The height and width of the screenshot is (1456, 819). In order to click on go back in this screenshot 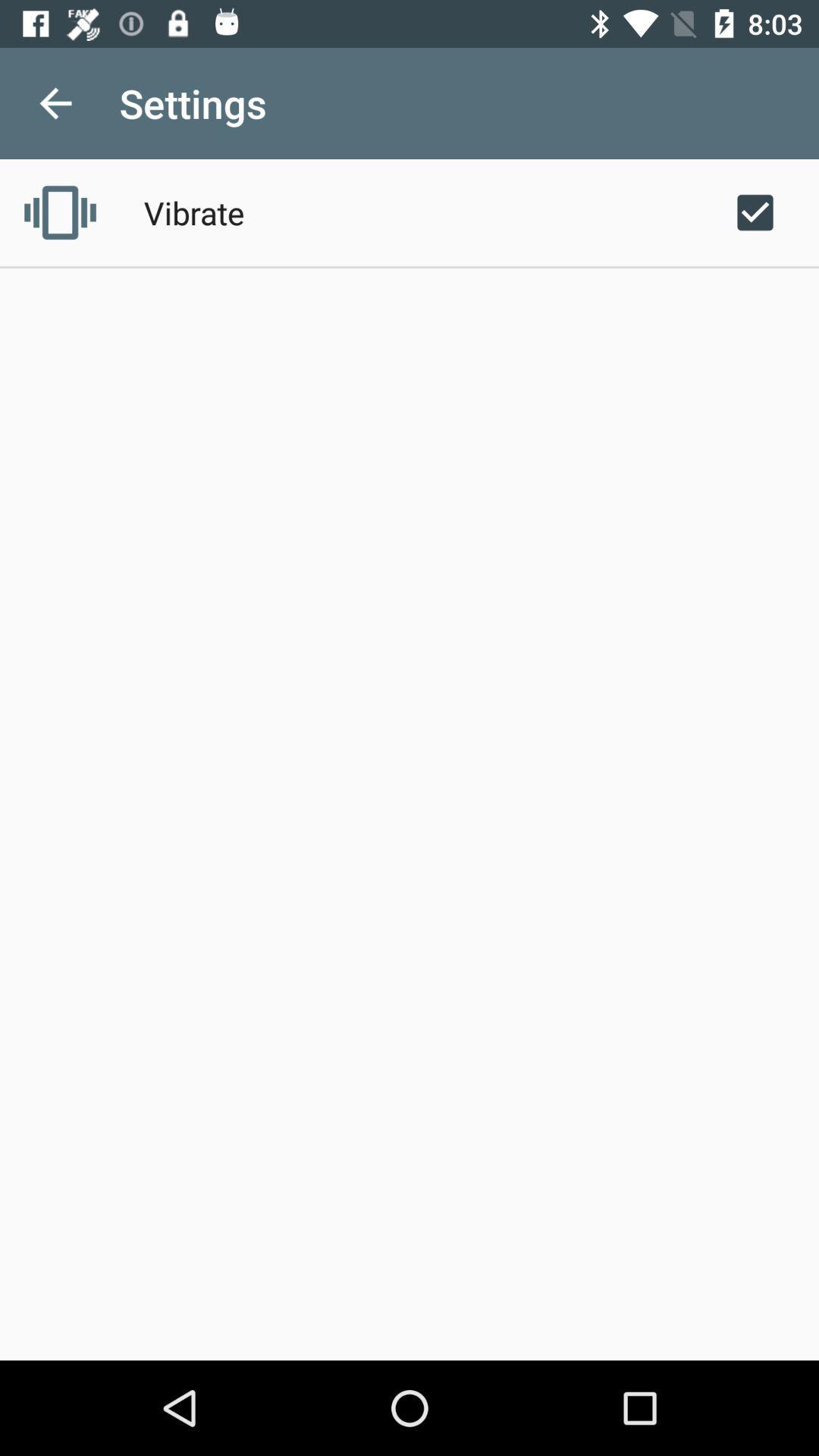, I will do `click(55, 102)`.